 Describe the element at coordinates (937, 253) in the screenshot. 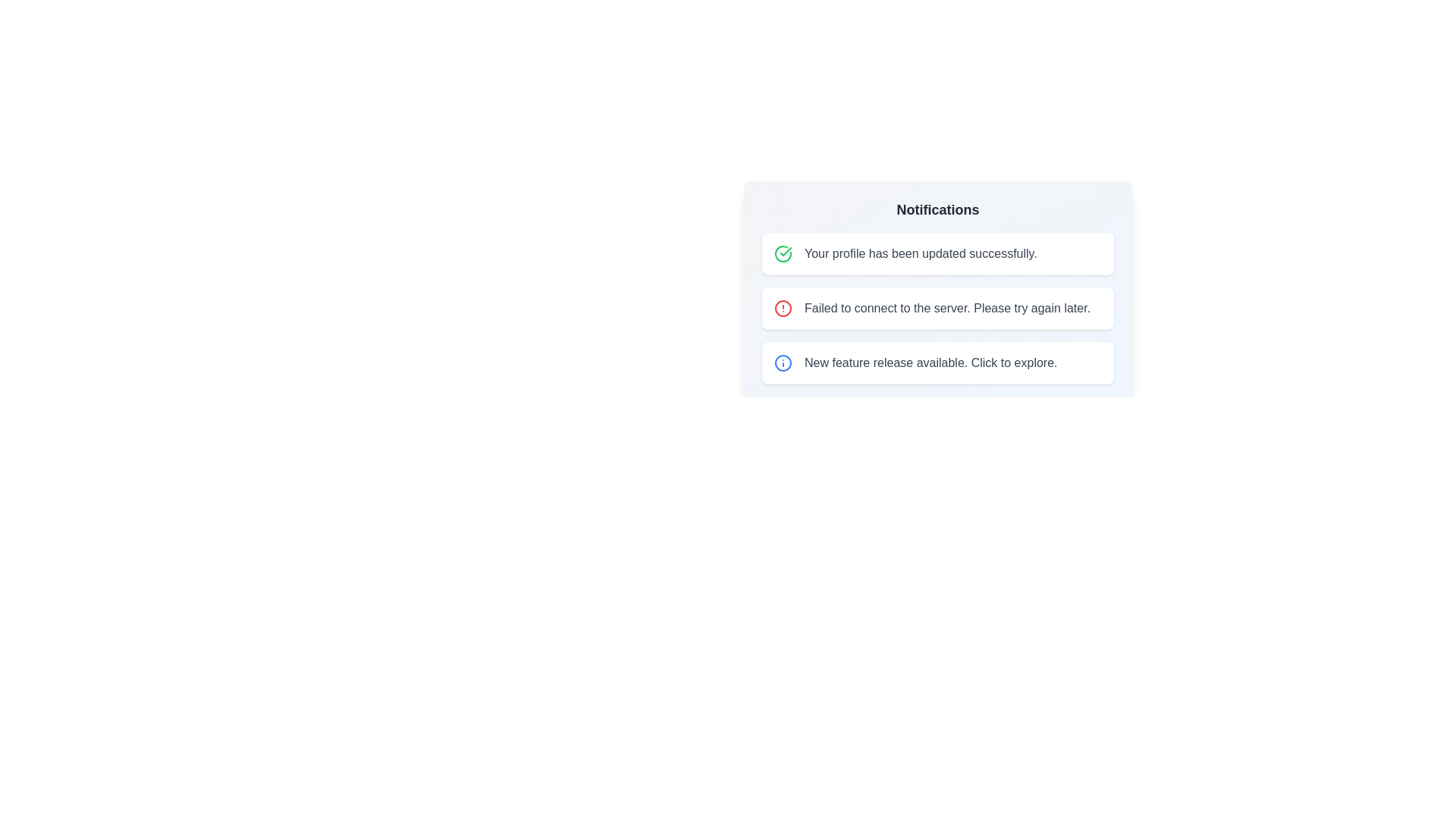

I see `the Notification Card that informs the user about the successful profile update, which is the first card in the list of notifications` at that location.